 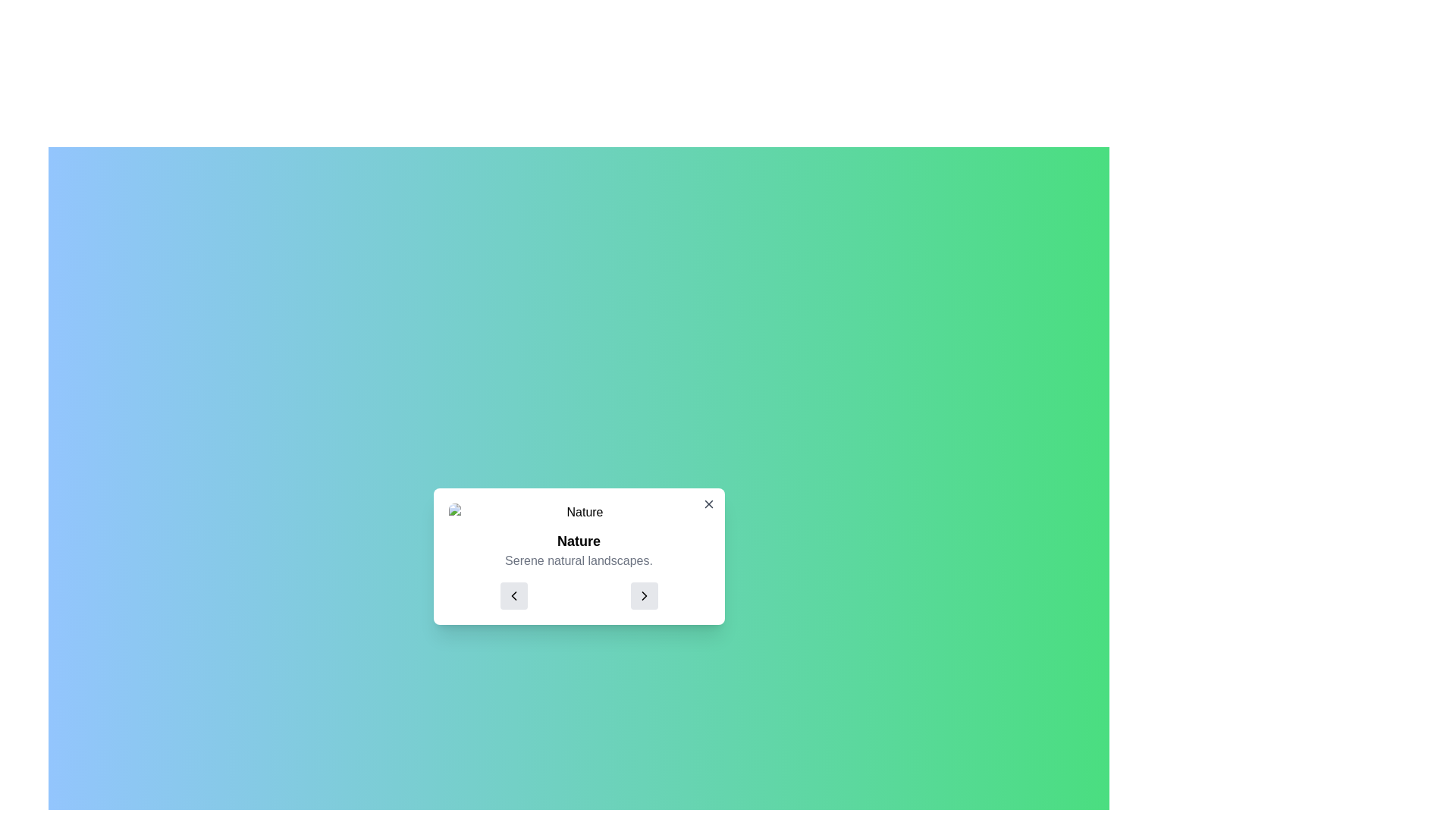 What do you see at coordinates (578, 561) in the screenshot?
I see `the static text element displaying 'Serene natural landscapes.' which is styled with the class 'text-gray-500 mb-4' and located below the title 'Nature'` at bounding box center [578, 561].